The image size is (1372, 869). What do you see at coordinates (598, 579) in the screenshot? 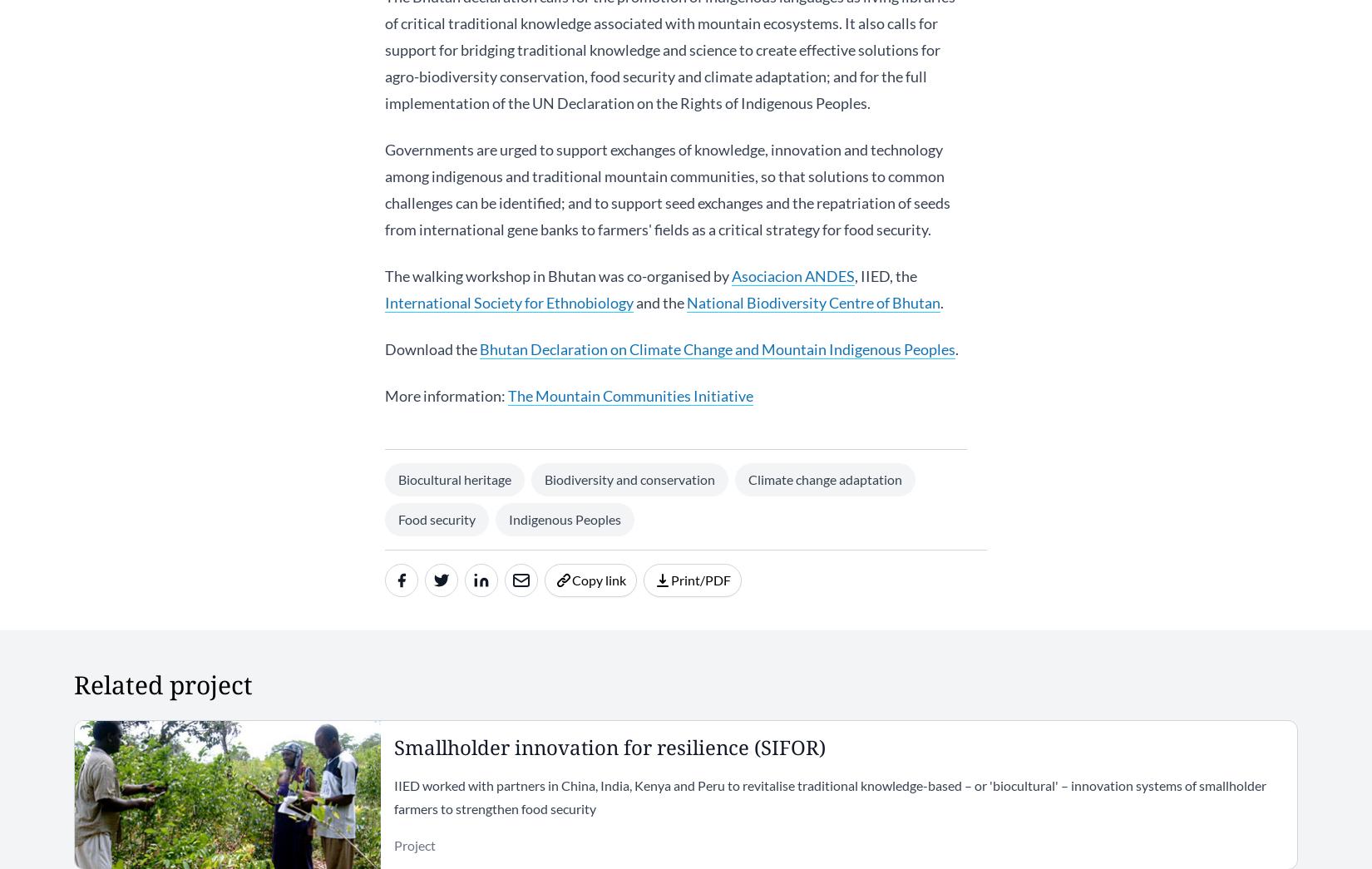
I see `'Copy link'` at bounding box center [598, 579].